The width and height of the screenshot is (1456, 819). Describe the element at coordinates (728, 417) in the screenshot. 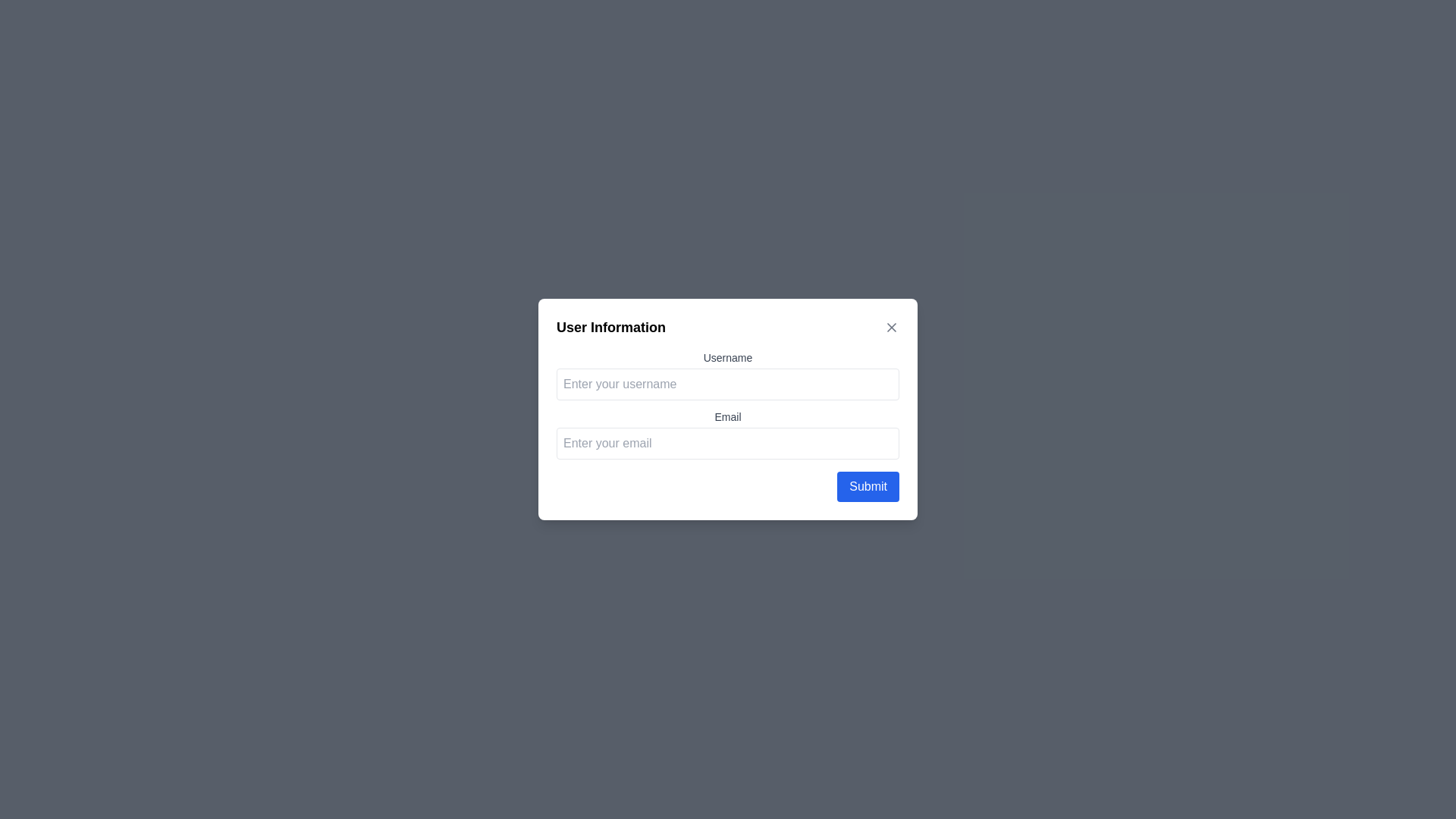

I see `the label that indicates the purpose of the input field for entering an email address, which is centrally positioned in the modal dialog box, located beneath the 'Username' label and above the 'Enter your email' input box` at that location.